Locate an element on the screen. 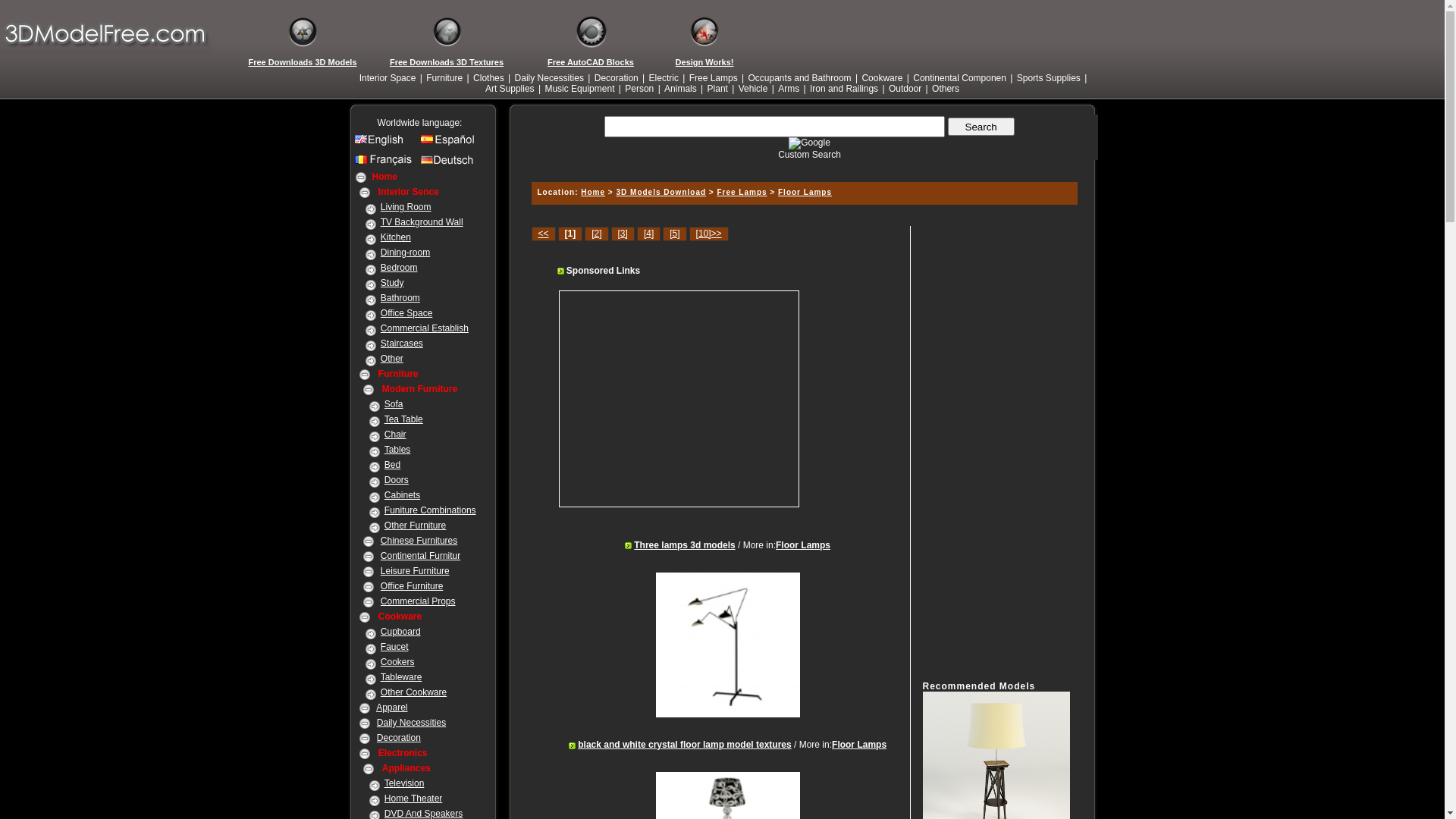 Image resolution: width=1456 pixels, height=819 pixels. 'Electric' is located at coordinates (648, 78).